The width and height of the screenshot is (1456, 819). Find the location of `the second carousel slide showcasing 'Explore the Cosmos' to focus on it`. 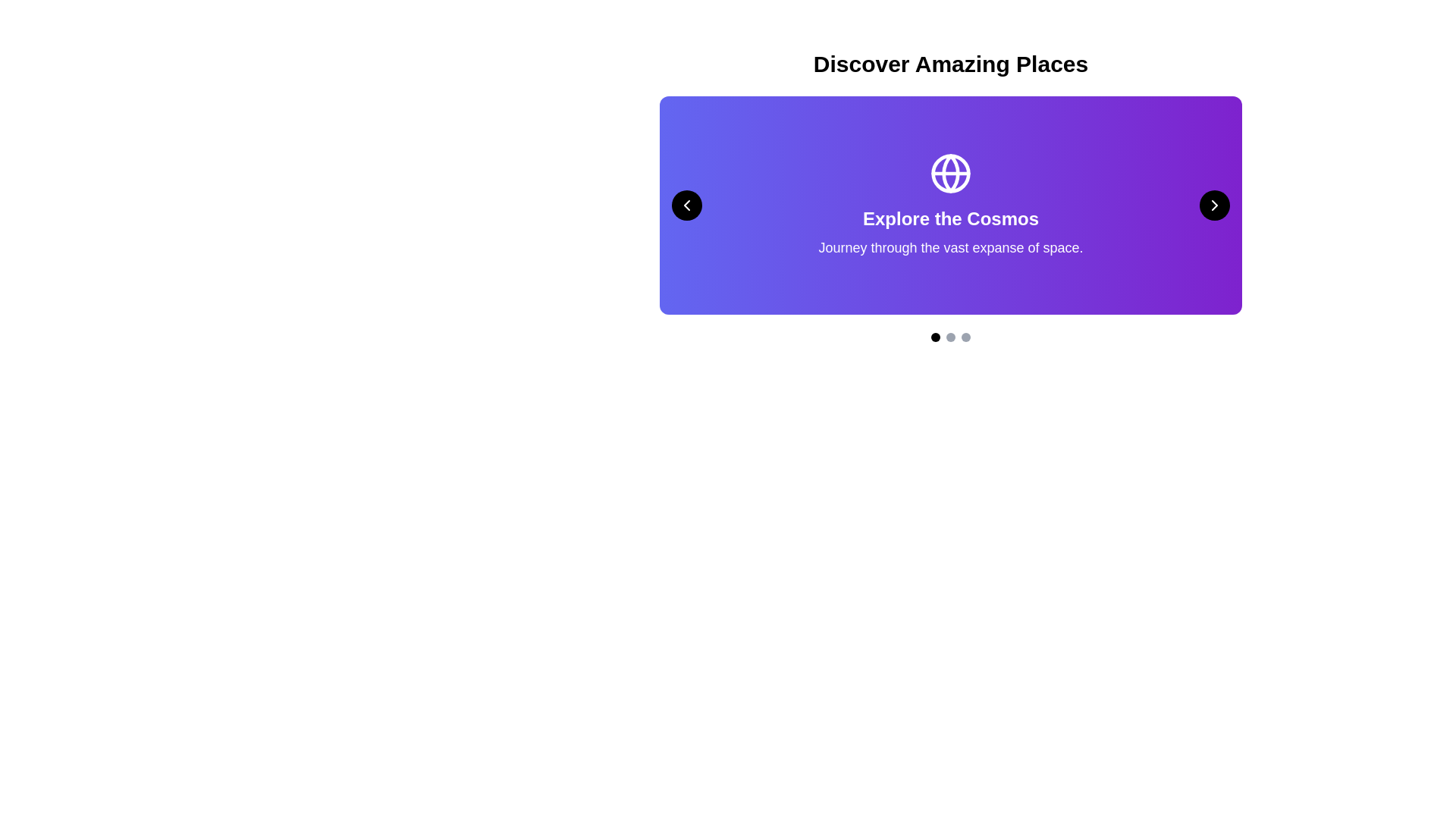

the second carousel slide showcasing 'Explore the Cosmos' to focus on it is located at coordinates (949, 205).